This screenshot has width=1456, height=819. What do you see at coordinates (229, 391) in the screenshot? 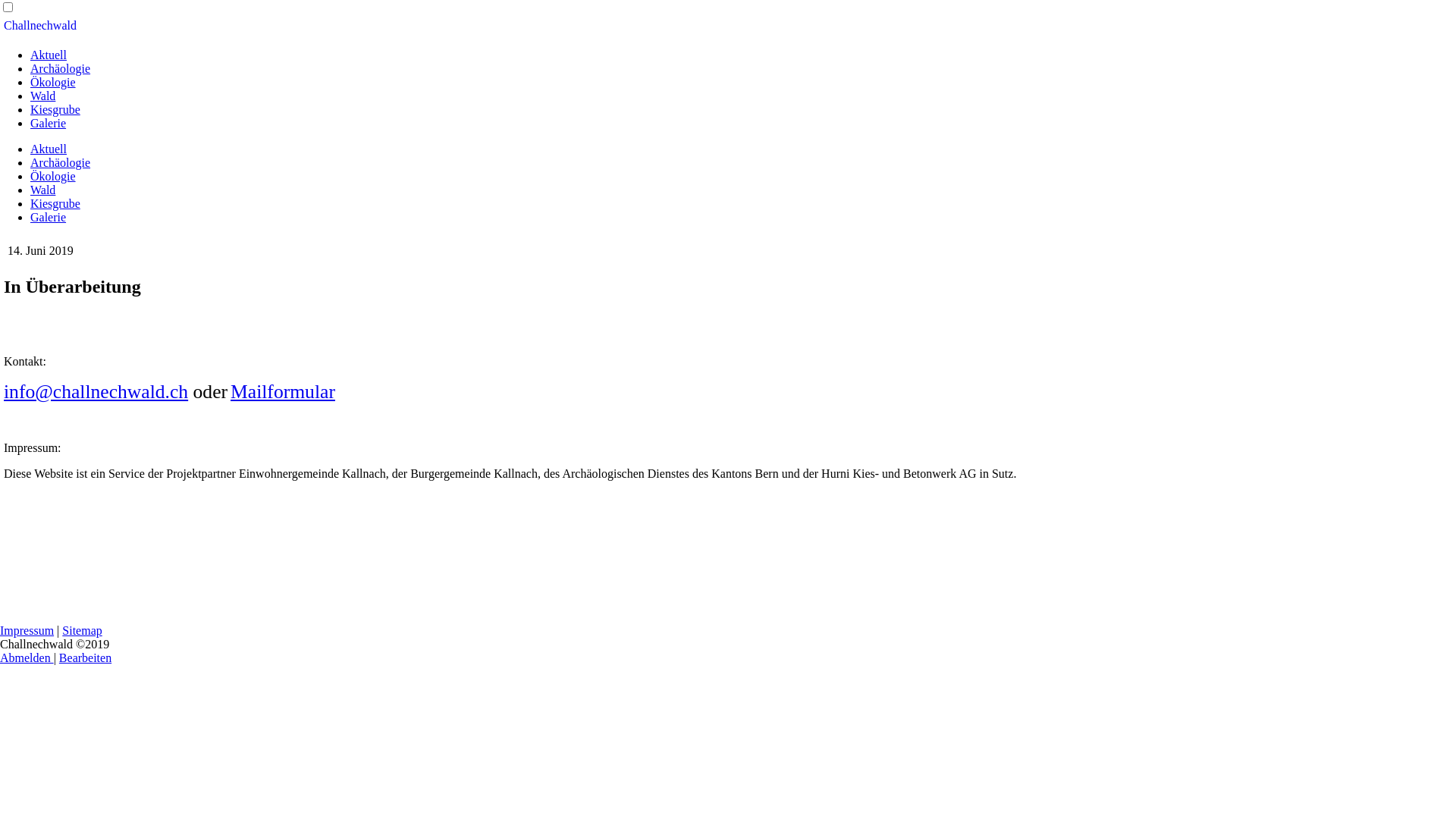
I see `'Mailformular'` at bounding box center [229, 391].